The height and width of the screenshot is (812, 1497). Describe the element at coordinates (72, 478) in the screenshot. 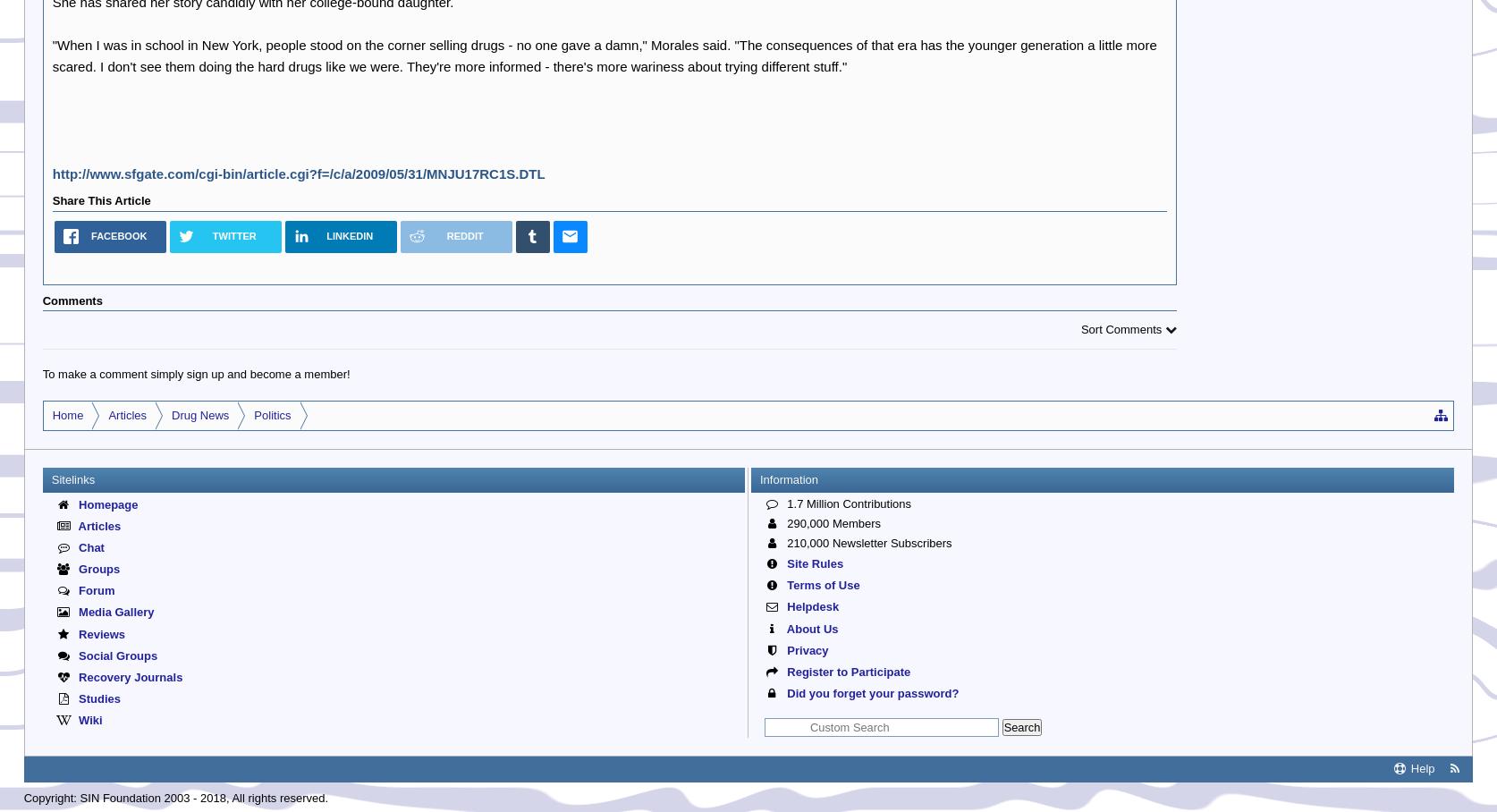

I see `'Sitelinks'` at that location.